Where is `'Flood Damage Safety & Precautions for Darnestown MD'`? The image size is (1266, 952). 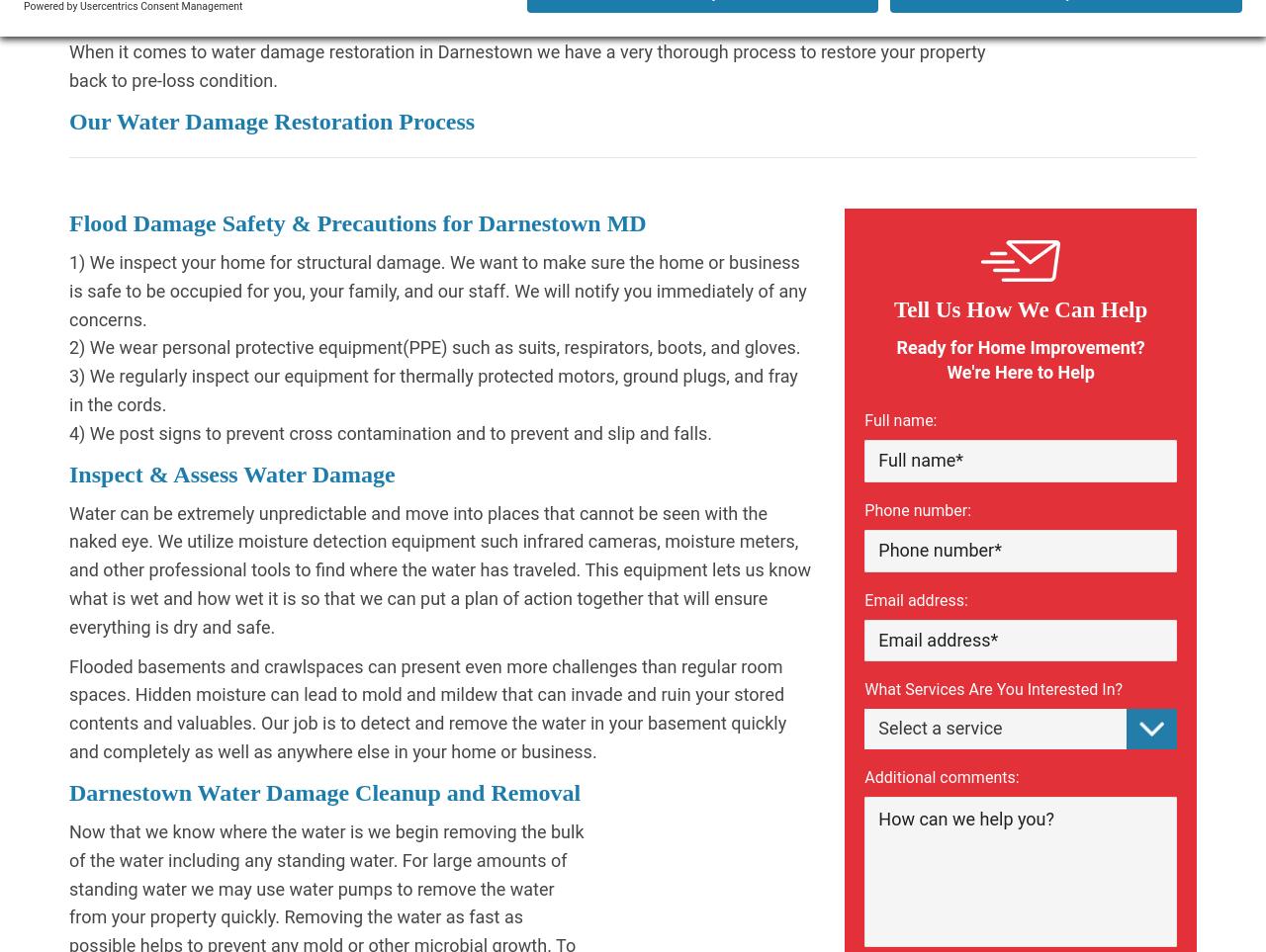 'Flood Damage Safety & Precautions for Darnestown MD' is located at coordinates (357, 221).